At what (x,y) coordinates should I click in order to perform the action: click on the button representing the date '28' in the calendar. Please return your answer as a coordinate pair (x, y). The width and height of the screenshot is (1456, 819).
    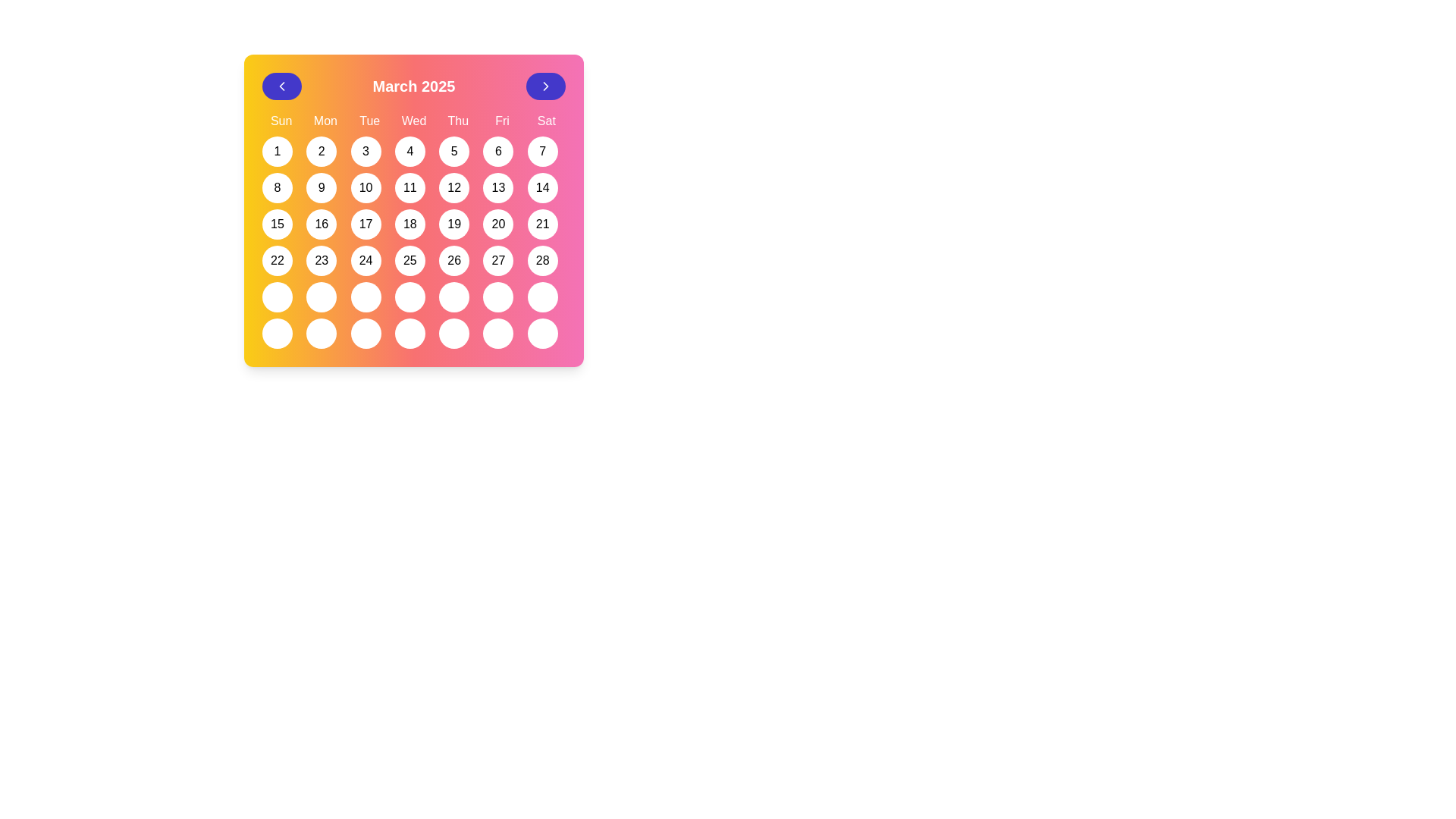
    Looking at the image, I should click on (542, 259).